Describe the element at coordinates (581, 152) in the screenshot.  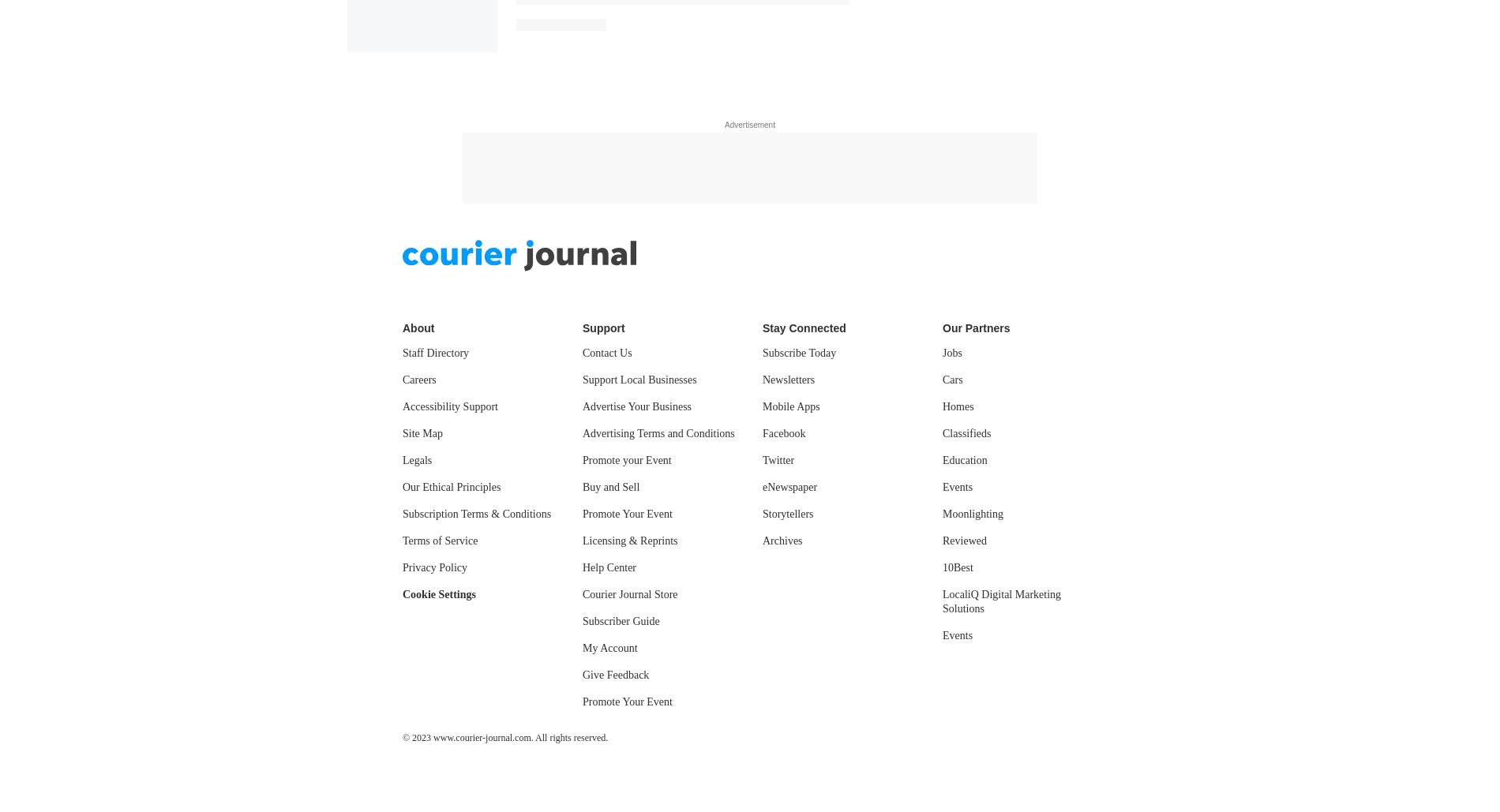
I see `'Courier Journal Store'` at that location.